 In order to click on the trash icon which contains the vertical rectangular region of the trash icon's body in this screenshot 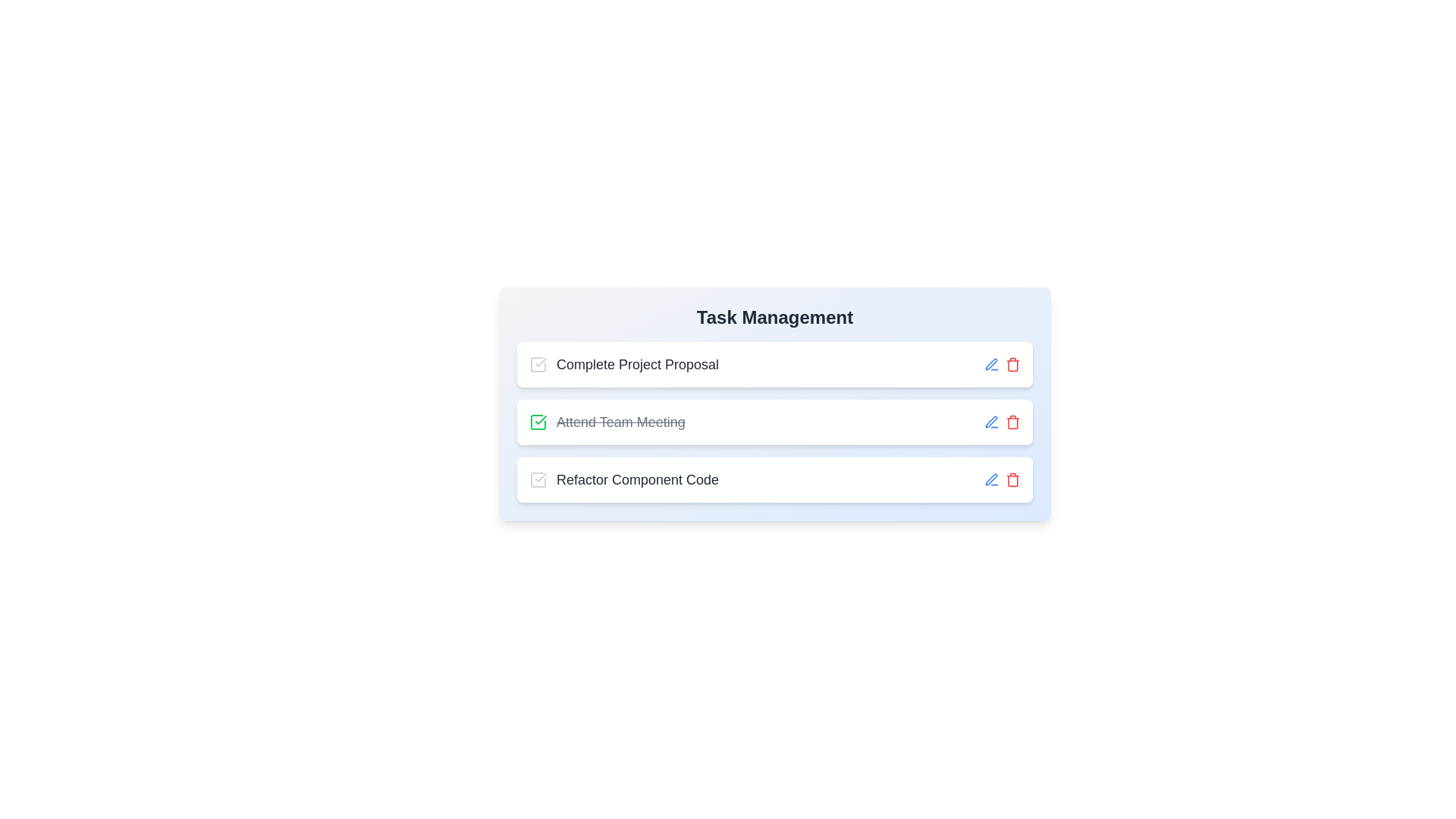, I will do `click(1012, 423)`.